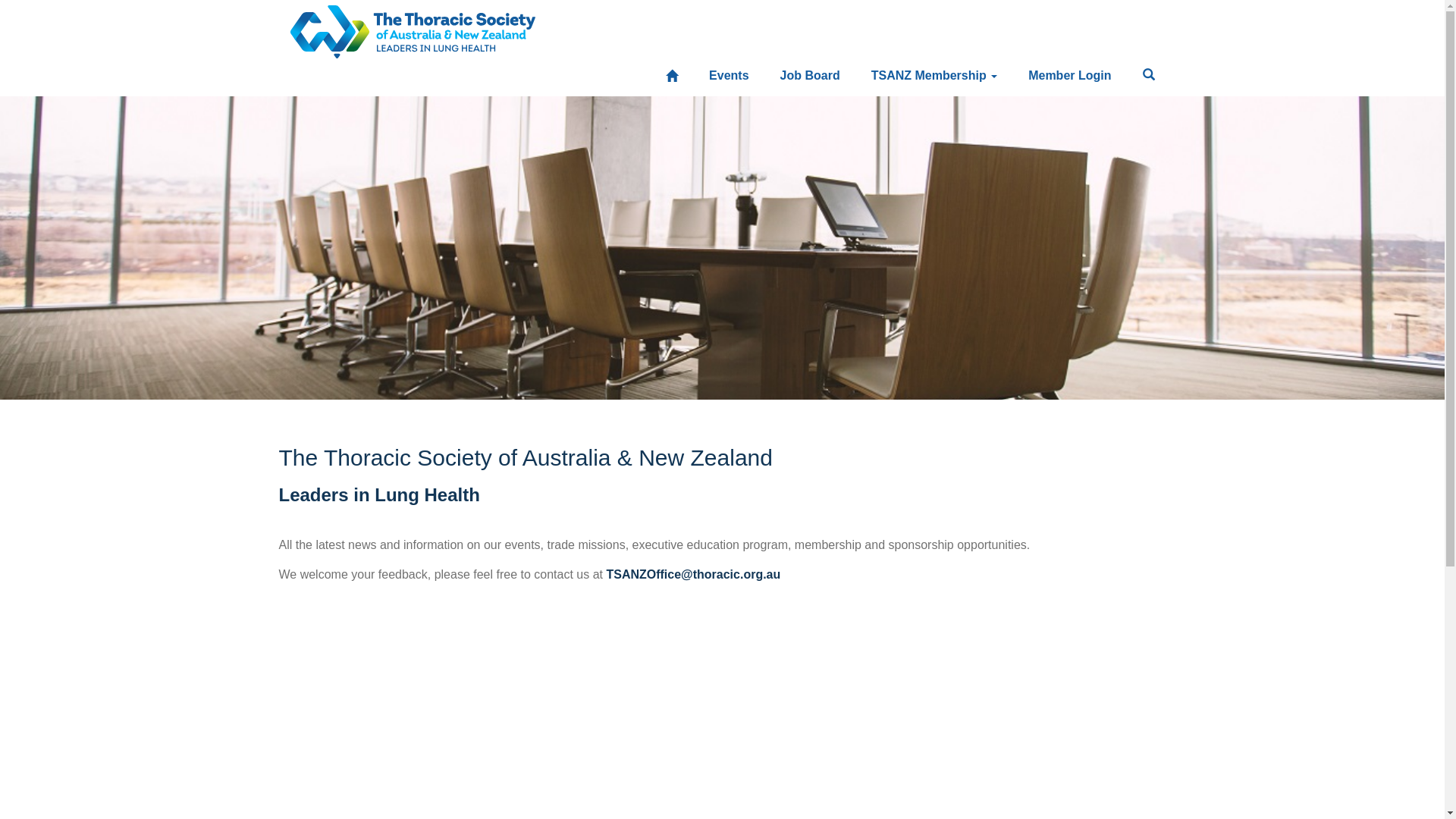 This screenshot has width=1456, height=819. Describe the element at coordinates (1149, 76) in the screenshot. I see `'Search'` at that location.